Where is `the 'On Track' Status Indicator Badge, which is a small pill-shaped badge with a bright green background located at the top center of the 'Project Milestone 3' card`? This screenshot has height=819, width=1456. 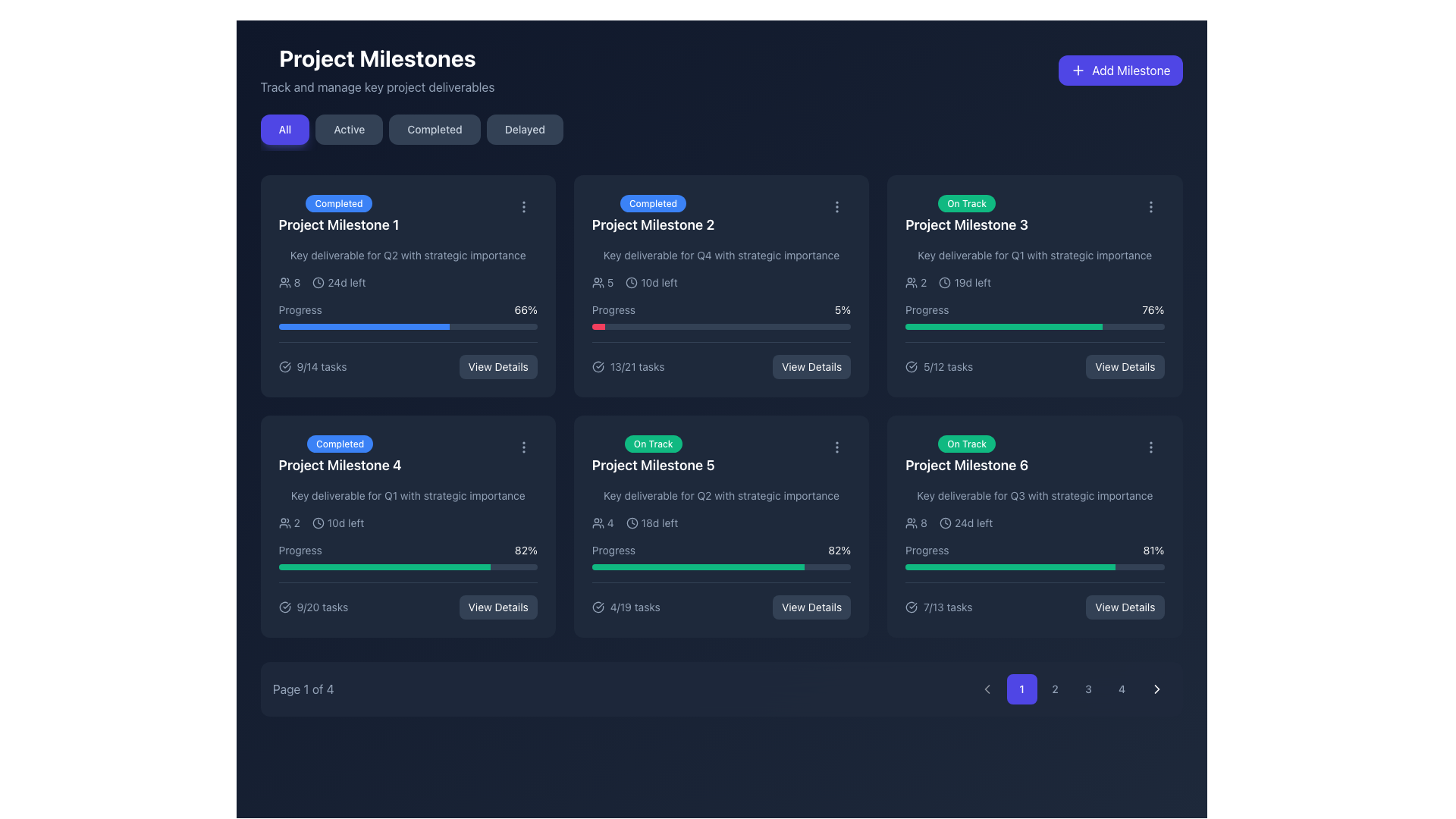 the 'On Track' Status Indicator Badge, which is a small pill-shaped badge with a bright green background located at the top center of the 'Project Milestone 3' card is located at coordinates (966, 202).